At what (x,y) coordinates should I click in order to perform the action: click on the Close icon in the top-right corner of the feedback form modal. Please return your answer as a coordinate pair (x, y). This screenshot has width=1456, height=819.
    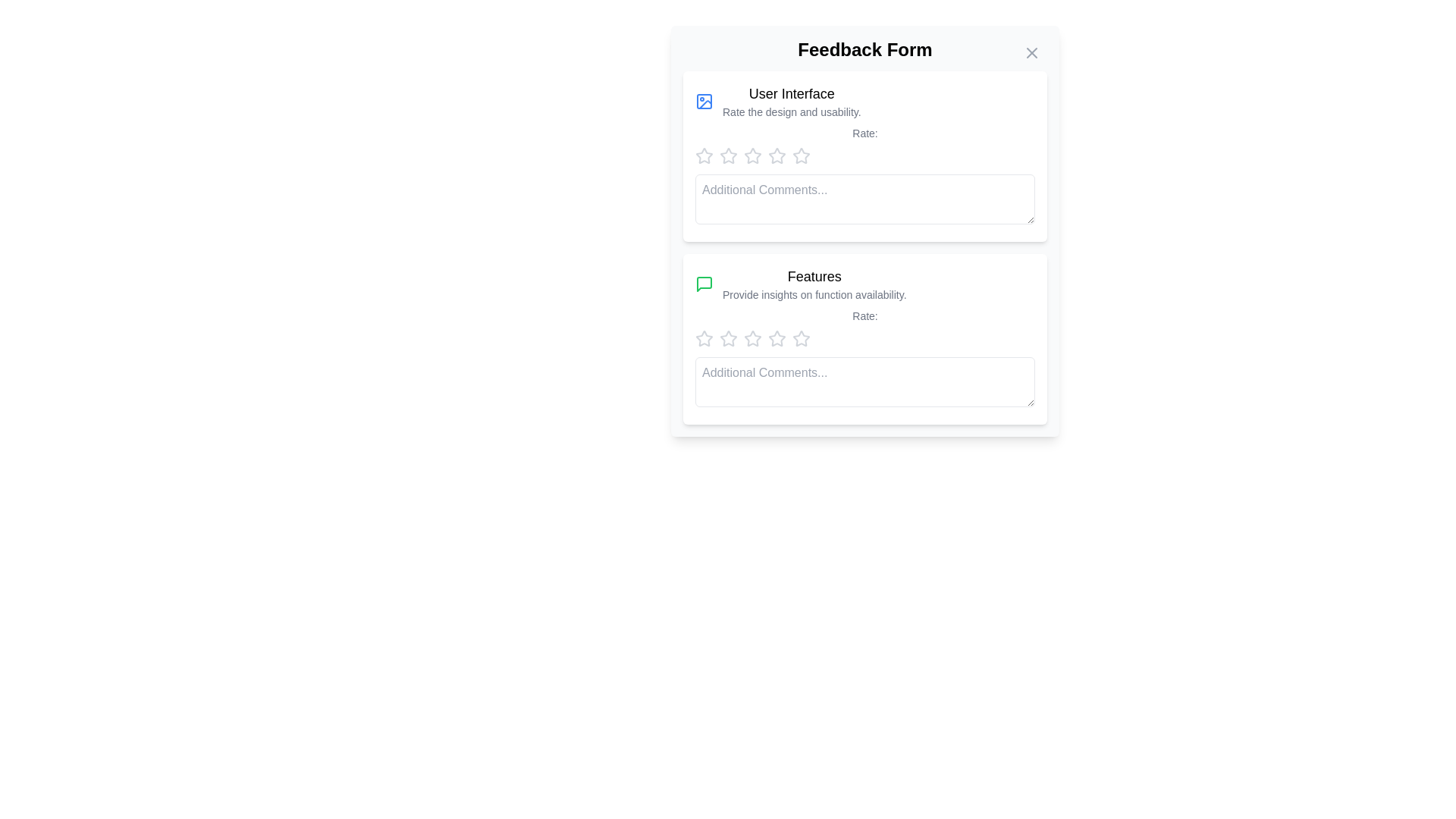
    Looking at the image, I should click on (1031, 52).